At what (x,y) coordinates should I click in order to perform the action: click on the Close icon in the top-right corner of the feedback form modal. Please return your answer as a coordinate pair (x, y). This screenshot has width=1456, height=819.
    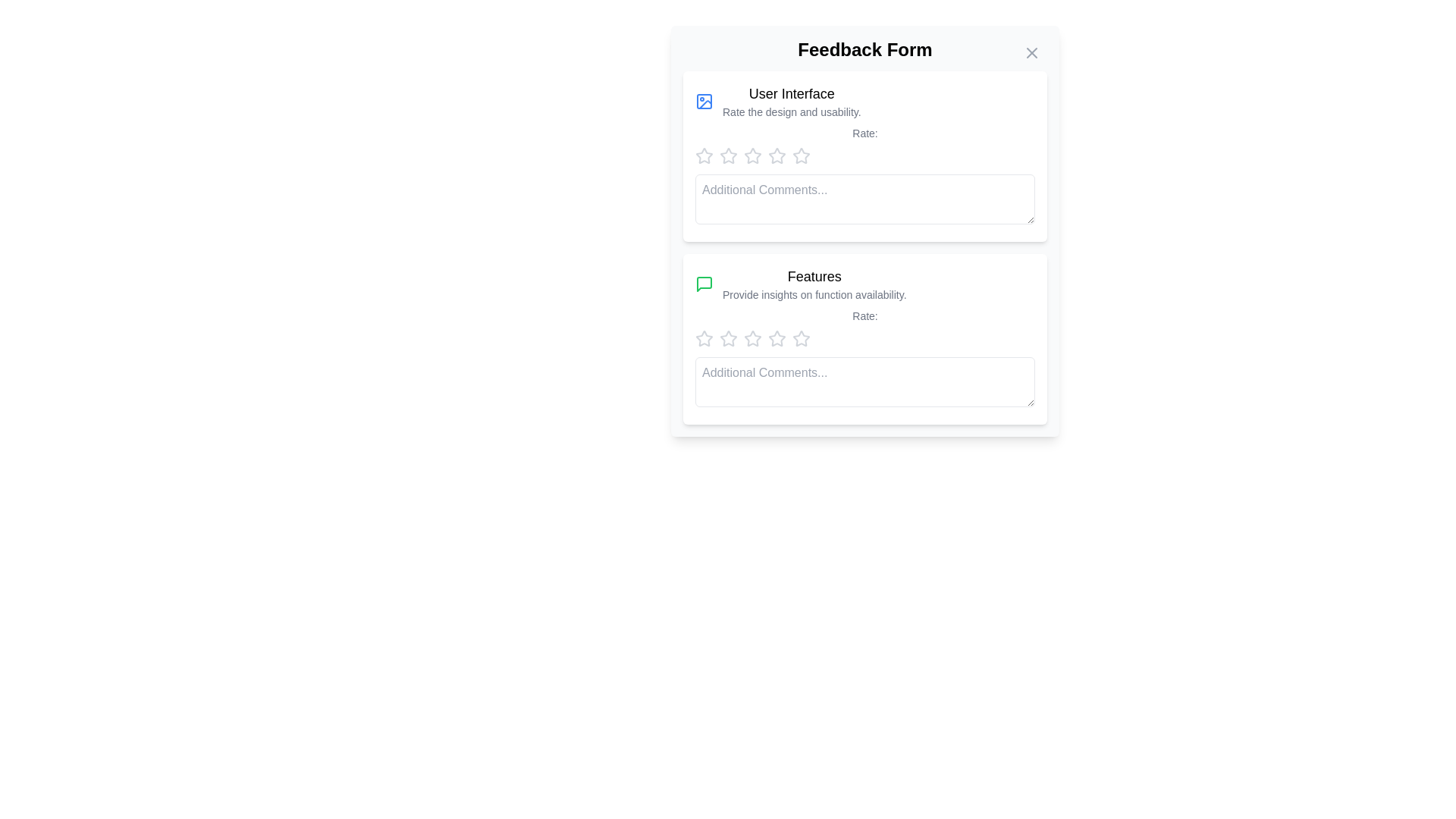
    Looking at the image, I should click on (1031, 52).